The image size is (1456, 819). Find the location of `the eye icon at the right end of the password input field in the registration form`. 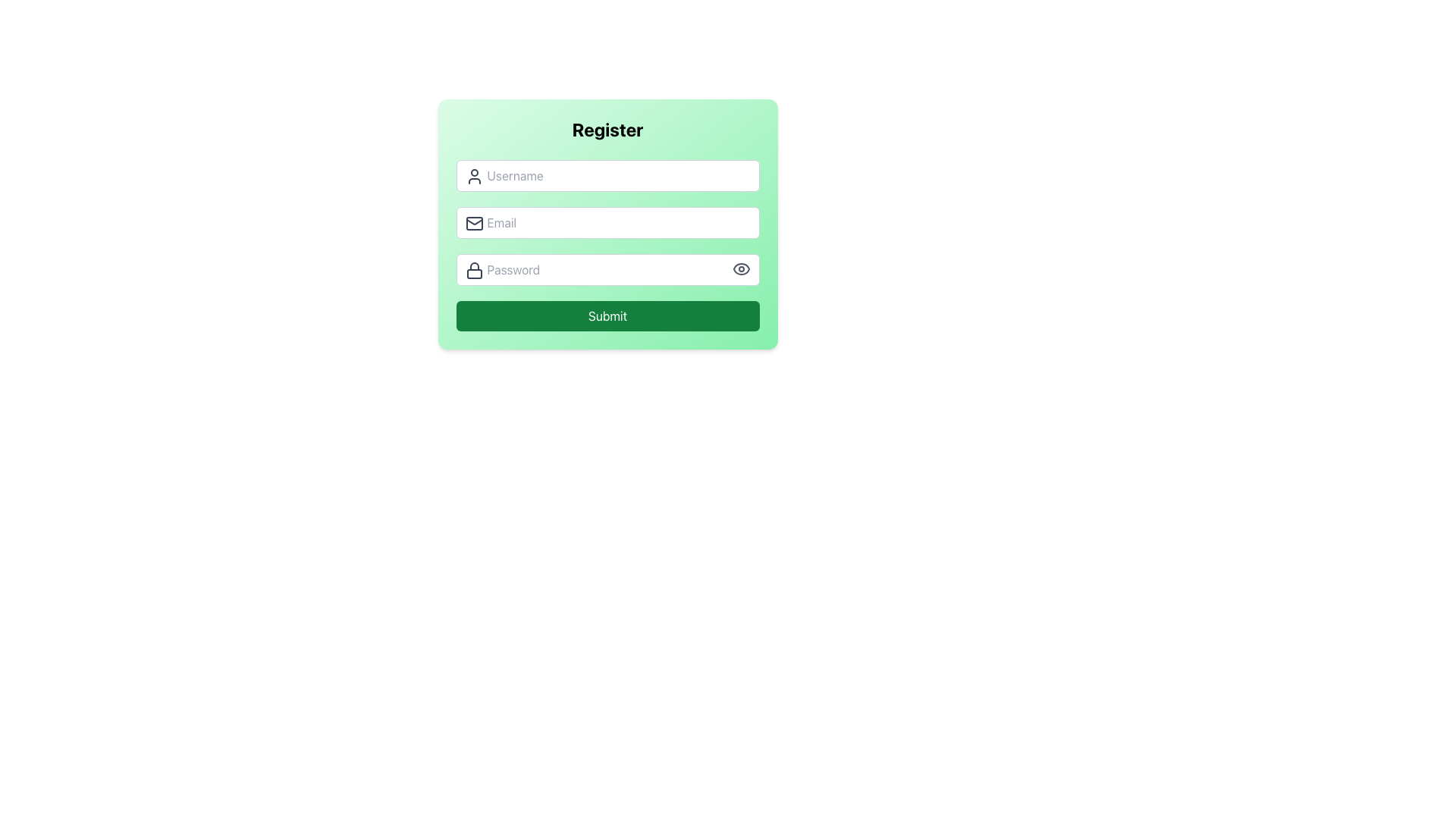

the eye icon at the right end of the password input field in the registration form is located at coordinates (741, 268).